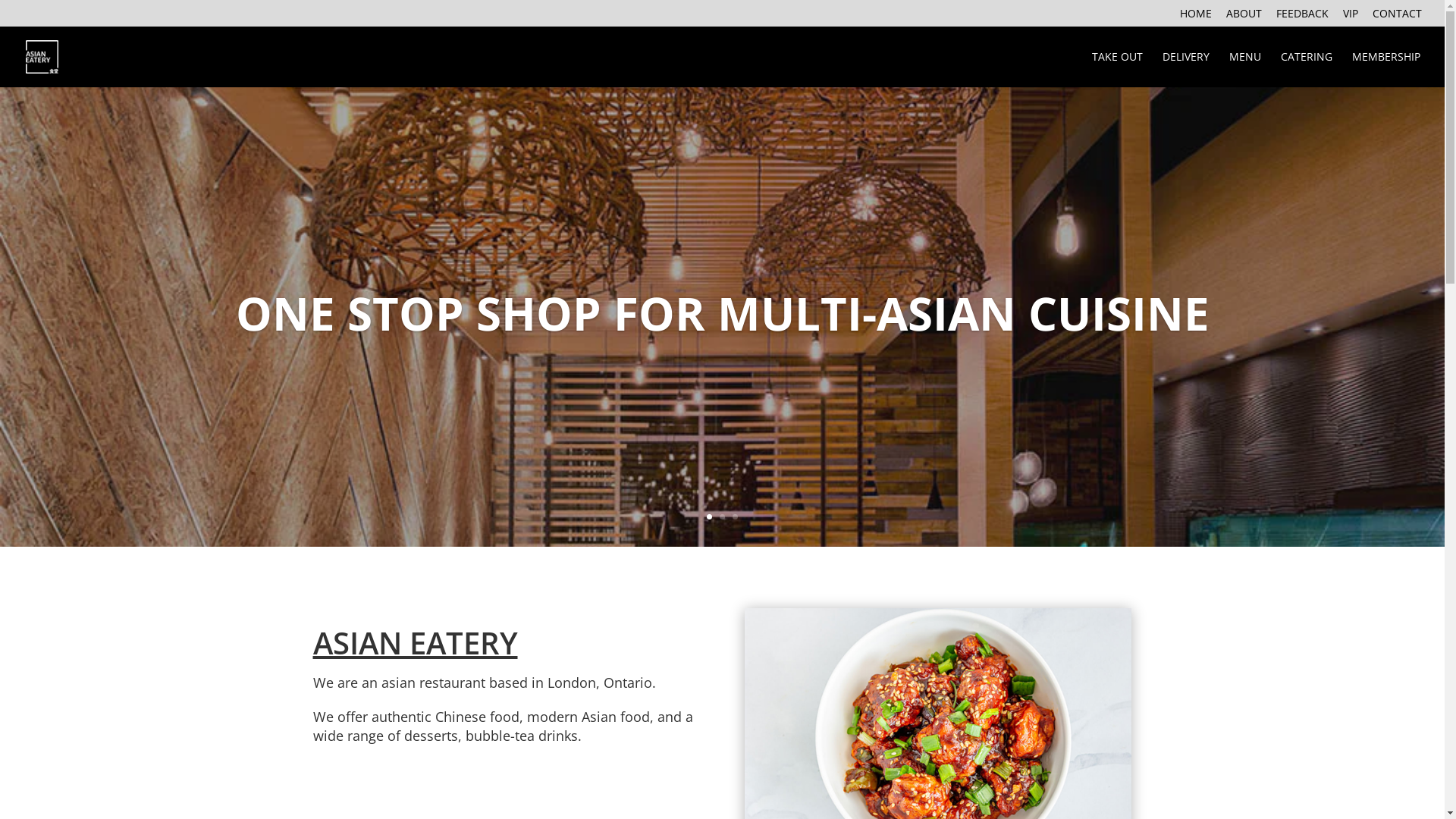 The height and width of the screenshot is (819, 1456). What do you see at coordinates (1244, 17) in the screenshot?
I see `'ABOUT'` at bounding box center [1244, 17].